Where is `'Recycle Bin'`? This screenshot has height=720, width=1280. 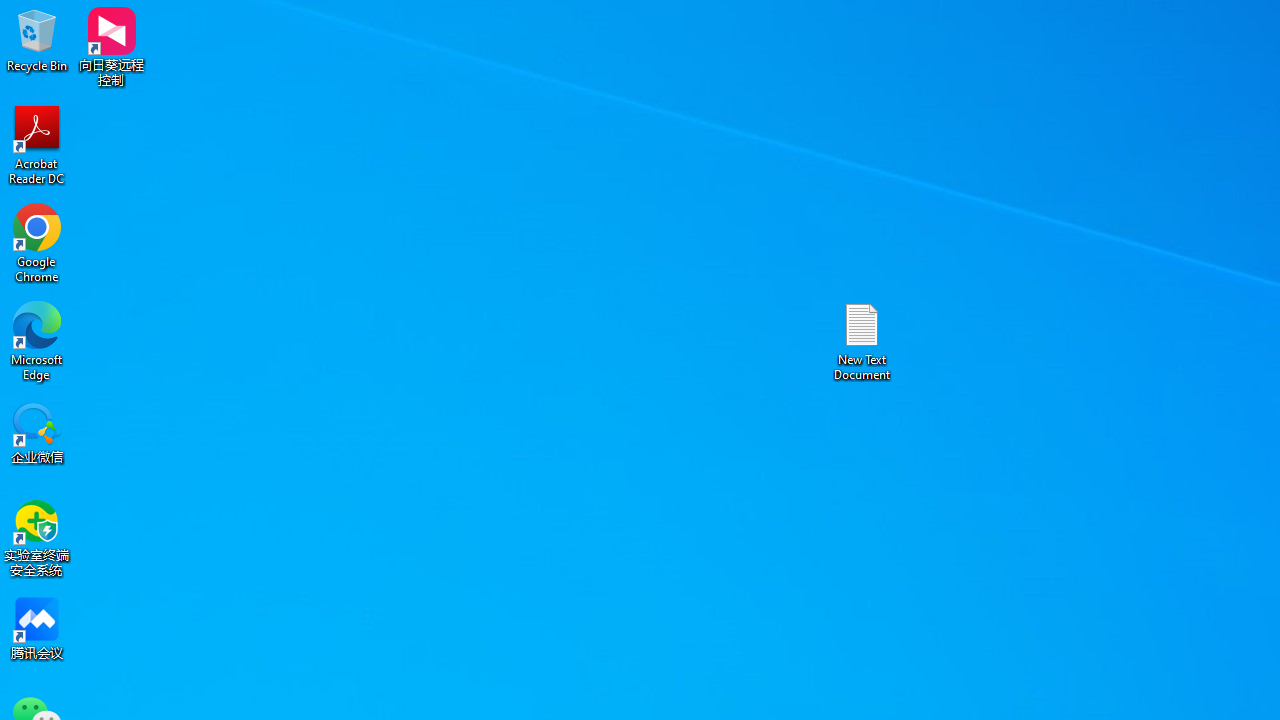
'Recycle Bin' is located at coordinates (37, 39).